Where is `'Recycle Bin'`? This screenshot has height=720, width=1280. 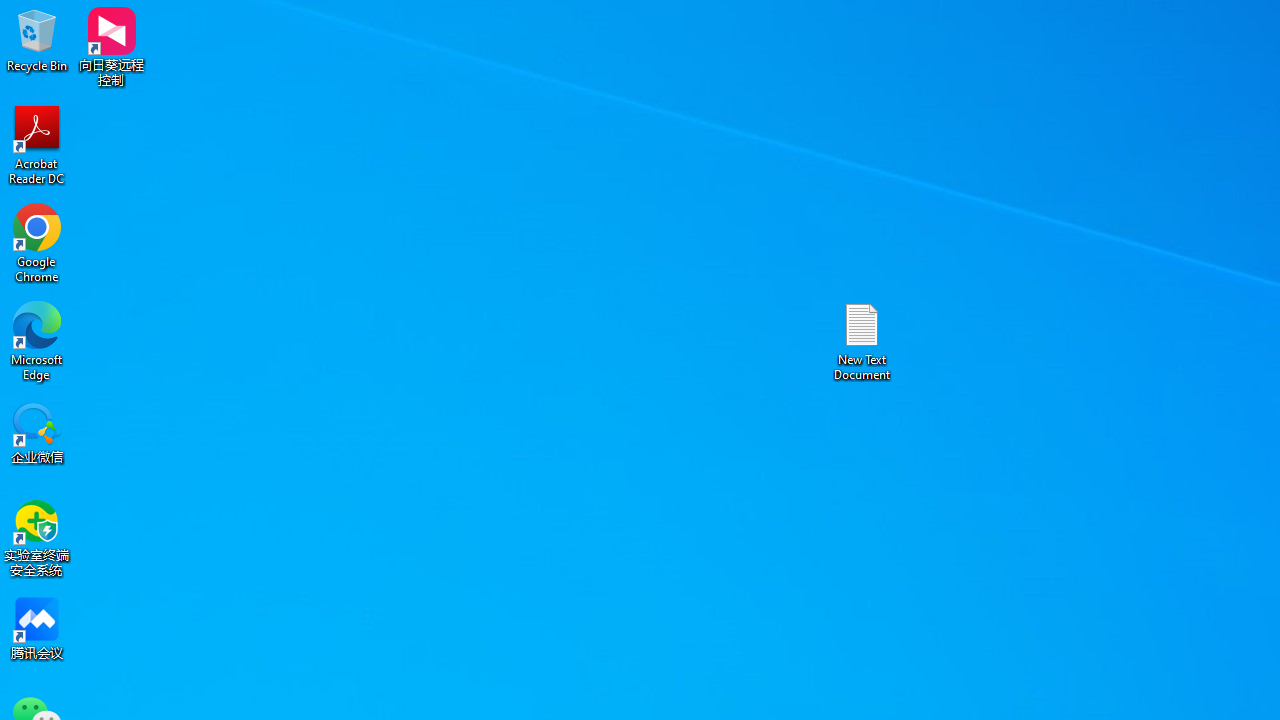
'Recycle Bin' is located at coordinates (37, 39).